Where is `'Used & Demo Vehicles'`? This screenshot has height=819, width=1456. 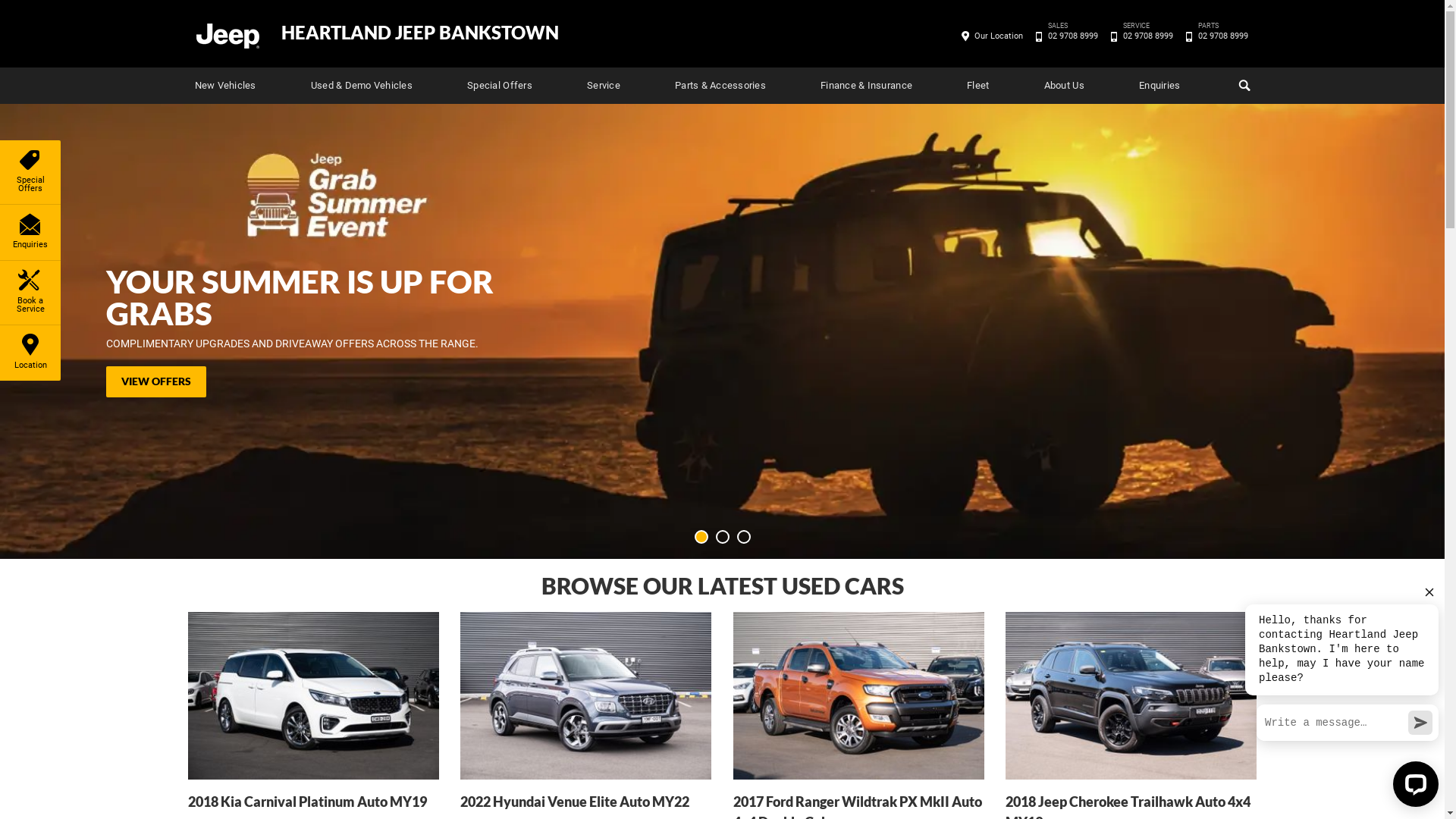 'Used & Demo Vehicles' is located at coordinates (360, 85).